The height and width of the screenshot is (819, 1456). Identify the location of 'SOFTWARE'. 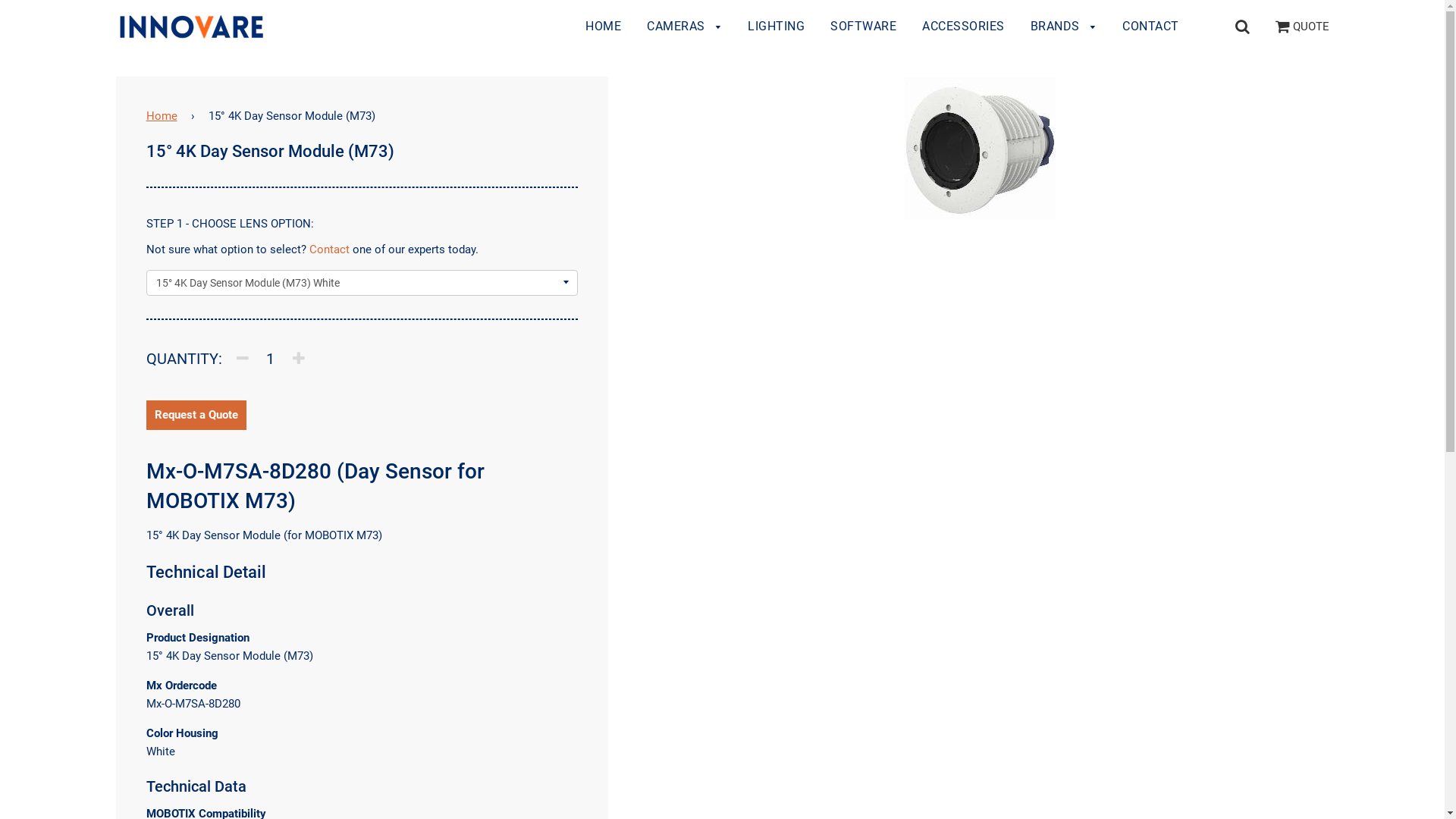
(863, 26).